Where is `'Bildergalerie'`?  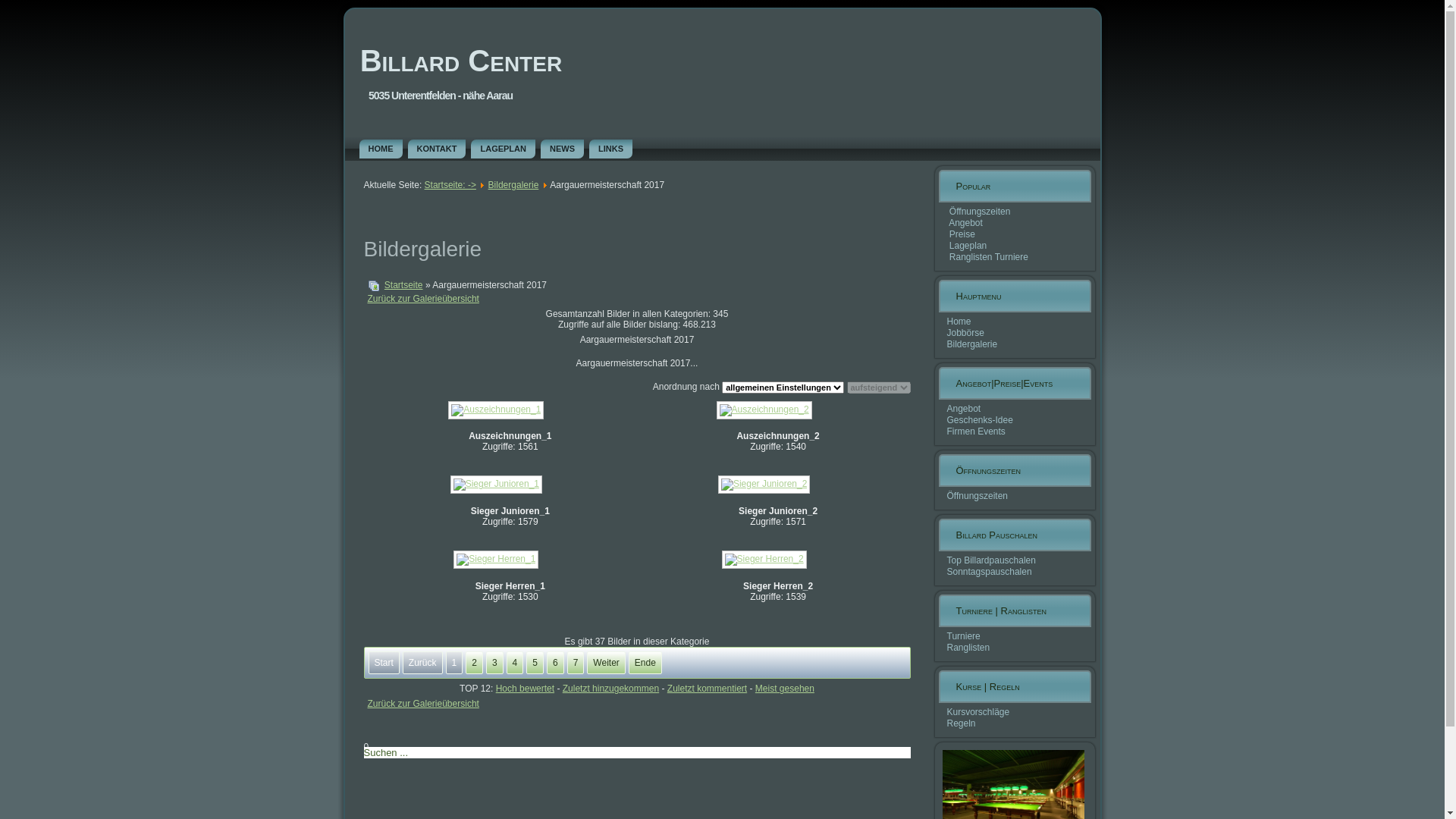
'Bildergalerie' is located at coordinates (946, 344).